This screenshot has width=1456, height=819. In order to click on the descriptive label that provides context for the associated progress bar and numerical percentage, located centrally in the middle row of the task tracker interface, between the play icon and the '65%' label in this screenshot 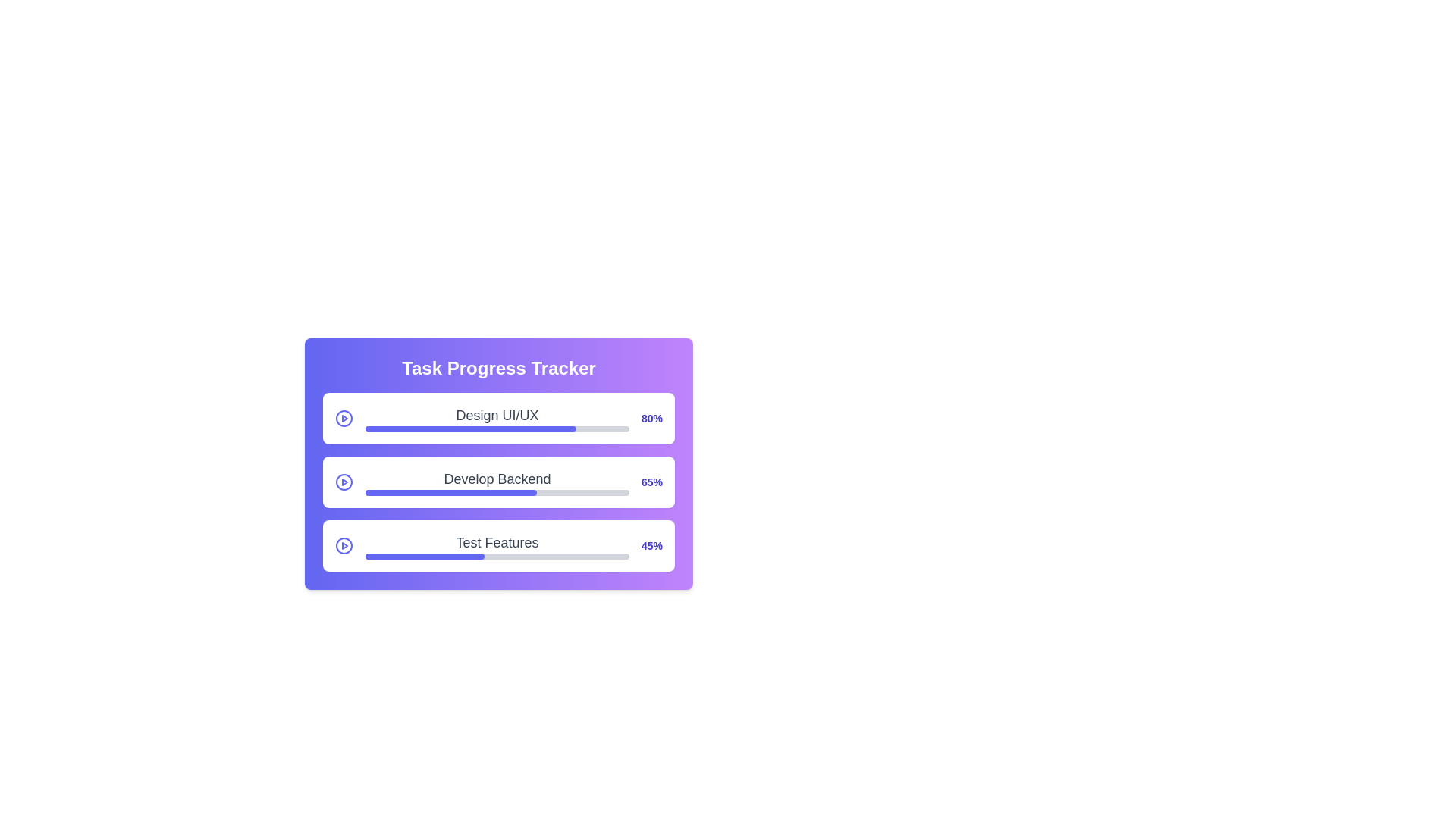, I will do `click(497, 482)`.